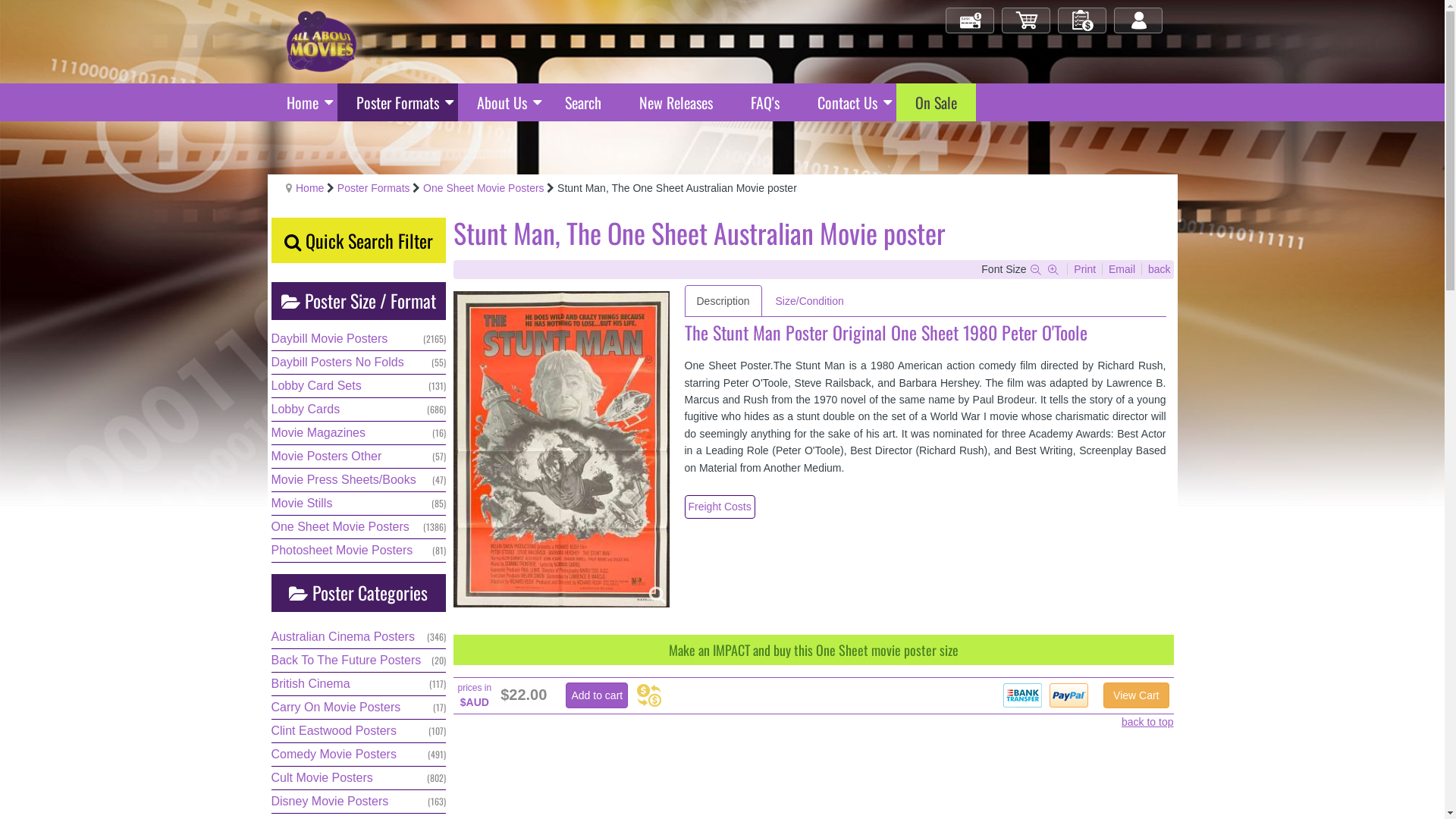 The width and height of the screenshot is (1456, 819). Describe the element at coordinates (637, 695) in the screenshot. I see `'Currency Converter'` at that location.